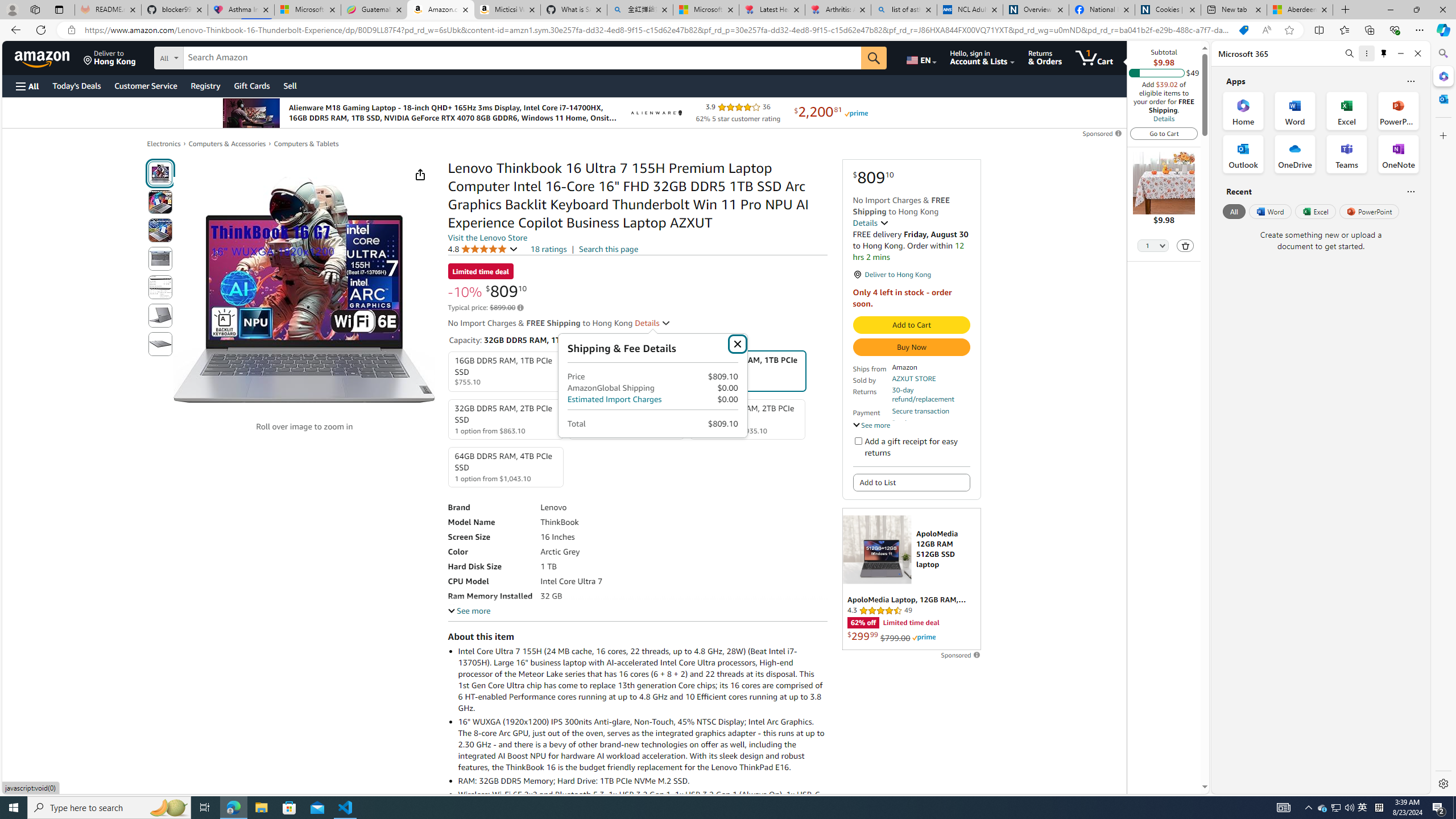 This screenshot has width=1456, height=819. What do you see at coordinates (747, 419) in the screenshot?
I see `'64GB DDR5 RAM, 2TB PCIe SSD 1 option from $935.10'` at bounding box center [747, 419].